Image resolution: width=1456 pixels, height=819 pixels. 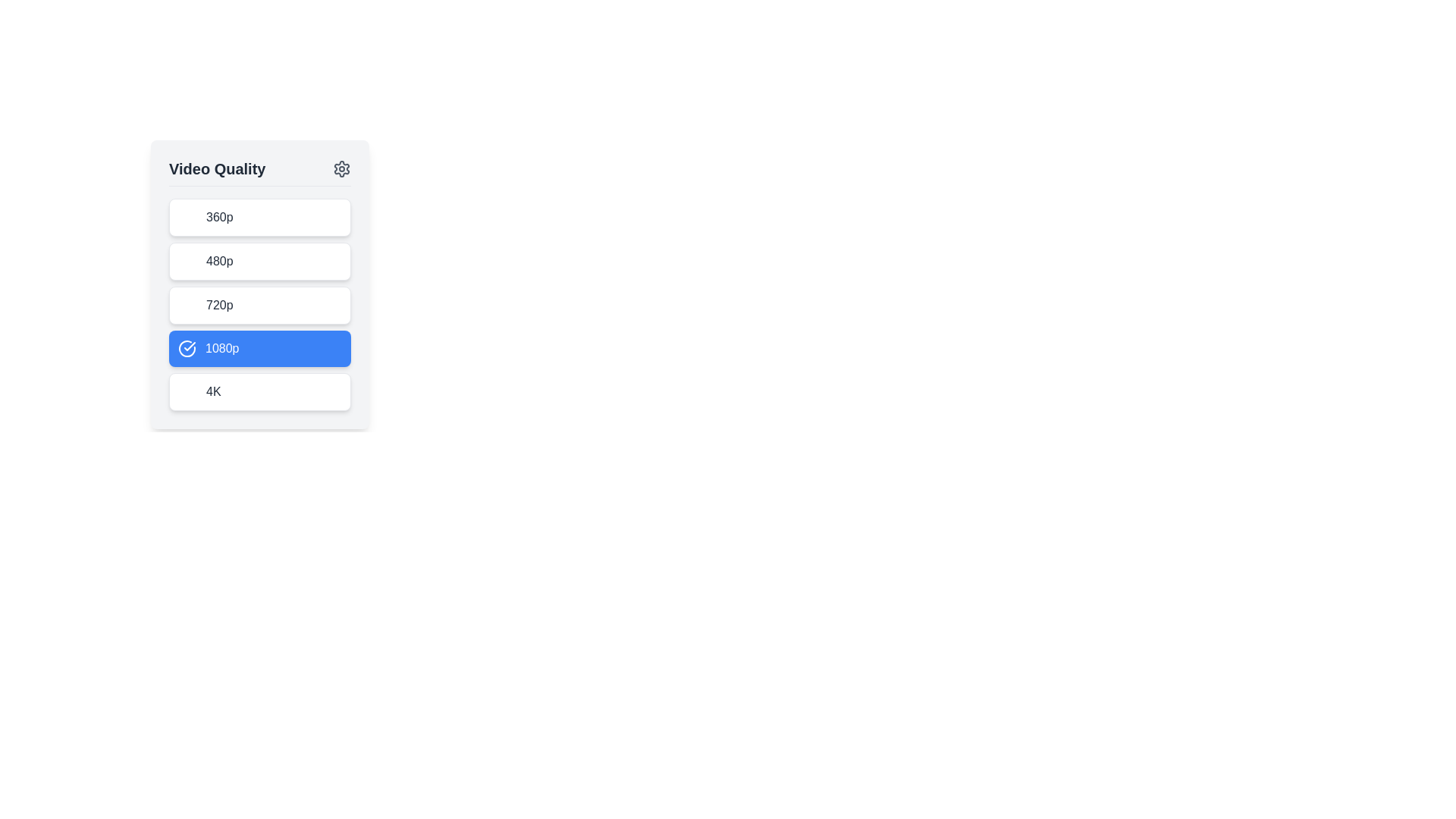 What do you see at coordinates (341, 169) in the screenshot?
I see `the settings icon, which is a gray gear-shaped outline located to the right of the 'Video Quality' text in the top-right corner of the Video Quality section` at bounding box center [341, 169].